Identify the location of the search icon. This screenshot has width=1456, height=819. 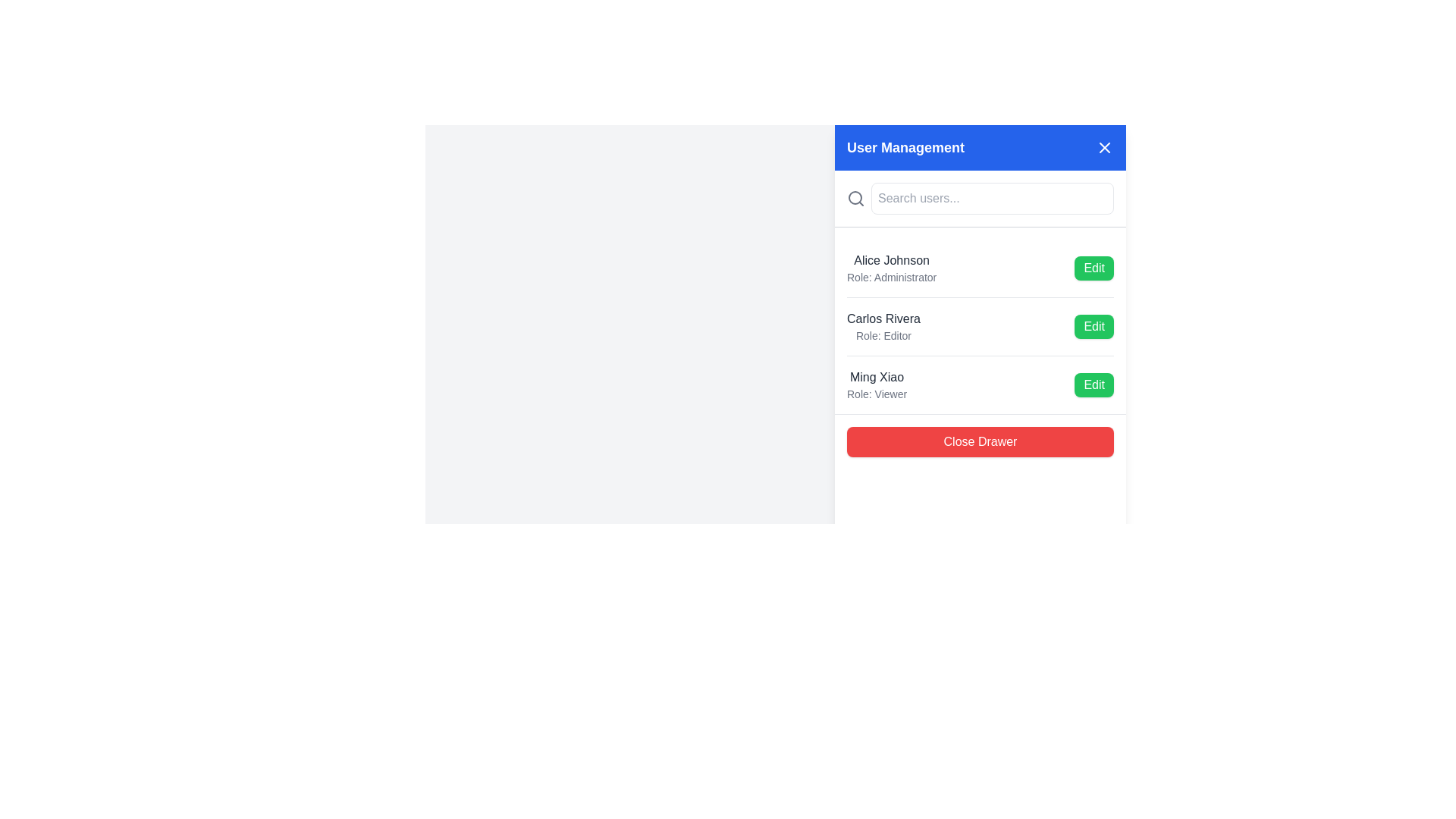
(855, 197).